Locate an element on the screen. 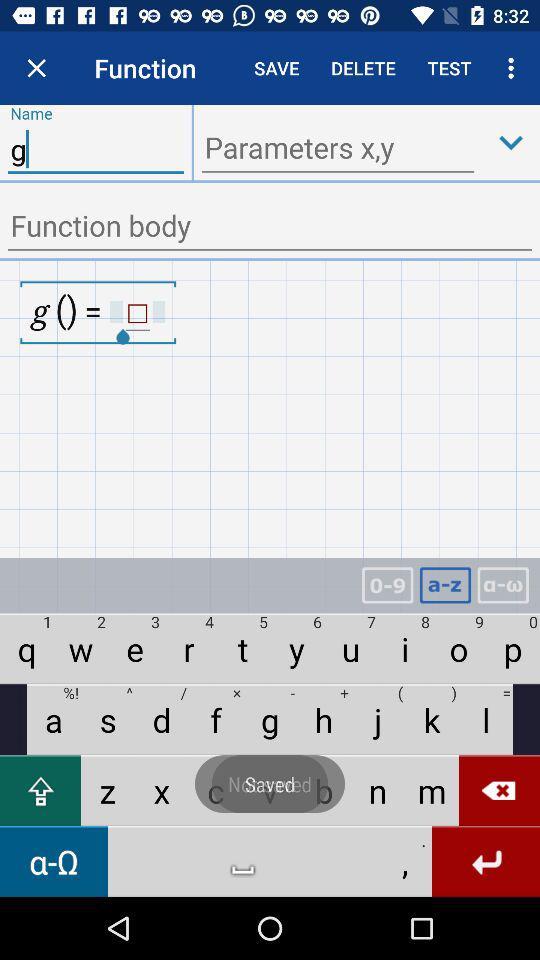 This screenshot has width=540, height=960. show more options is located at coordinates (511, 141).